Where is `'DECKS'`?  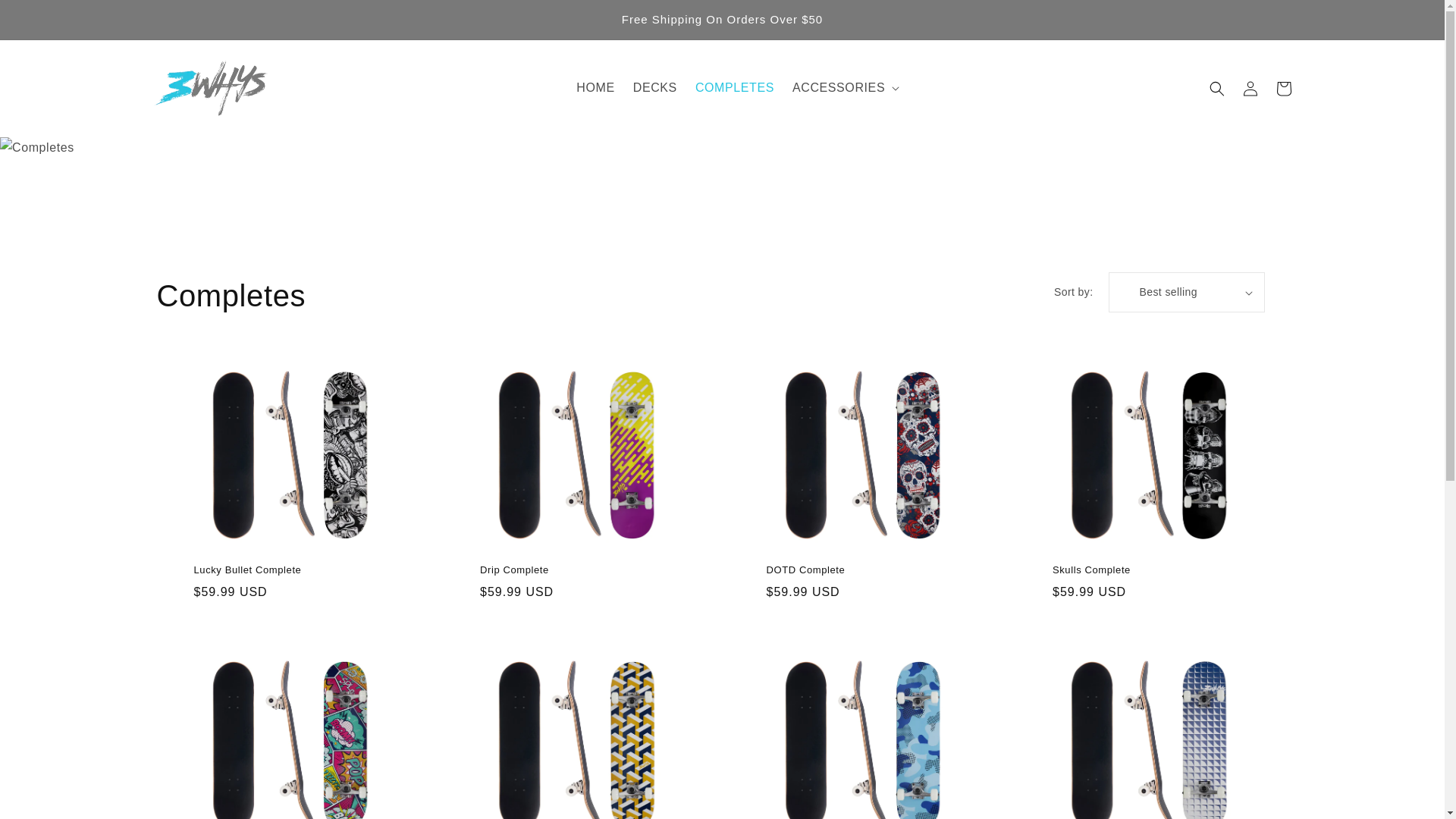 'DECKS' is located at coordinates (655, 88).